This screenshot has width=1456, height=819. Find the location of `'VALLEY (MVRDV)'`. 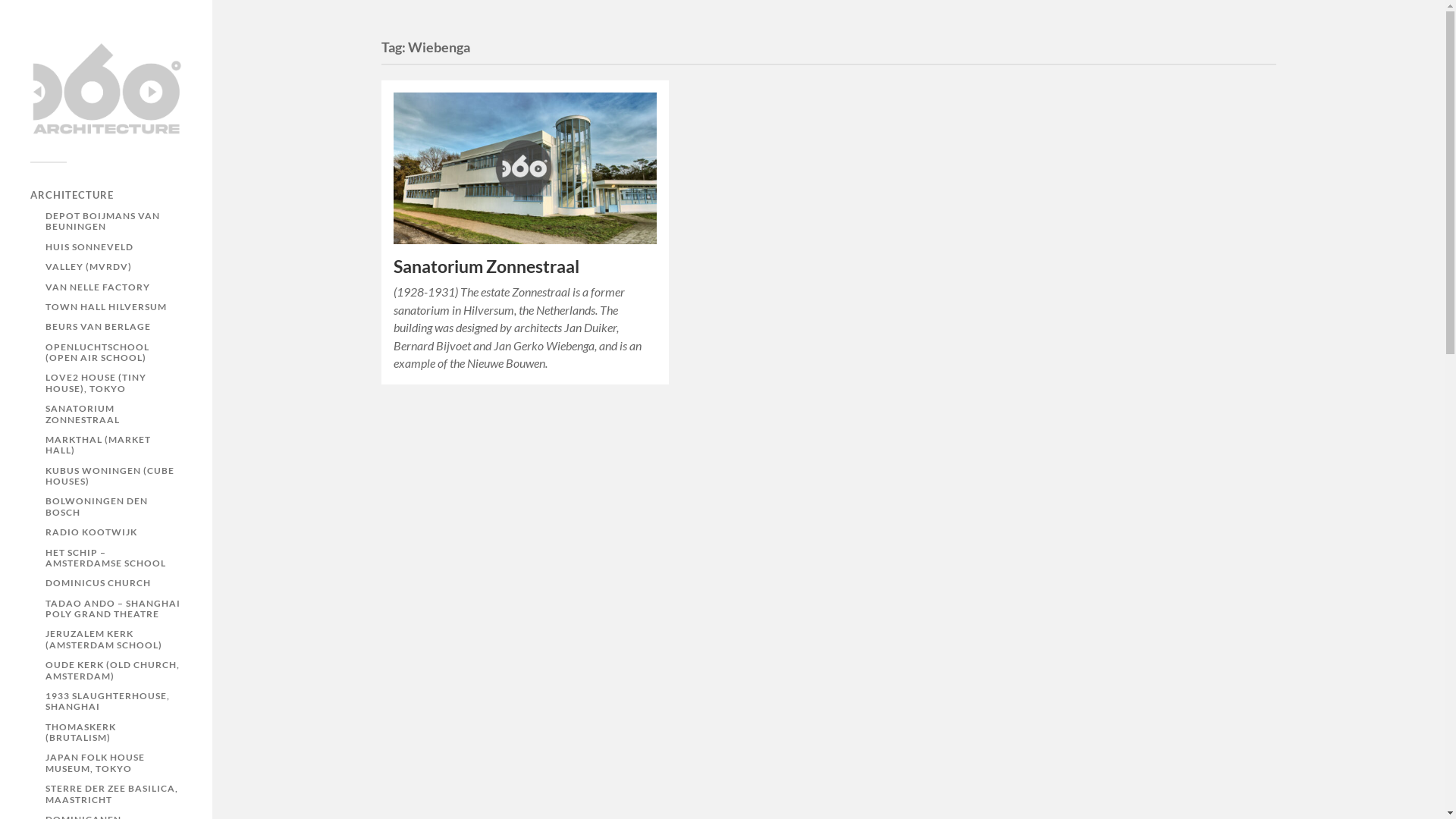

'VALLEY (MVRDV)' is located at coordinates (87, 265).